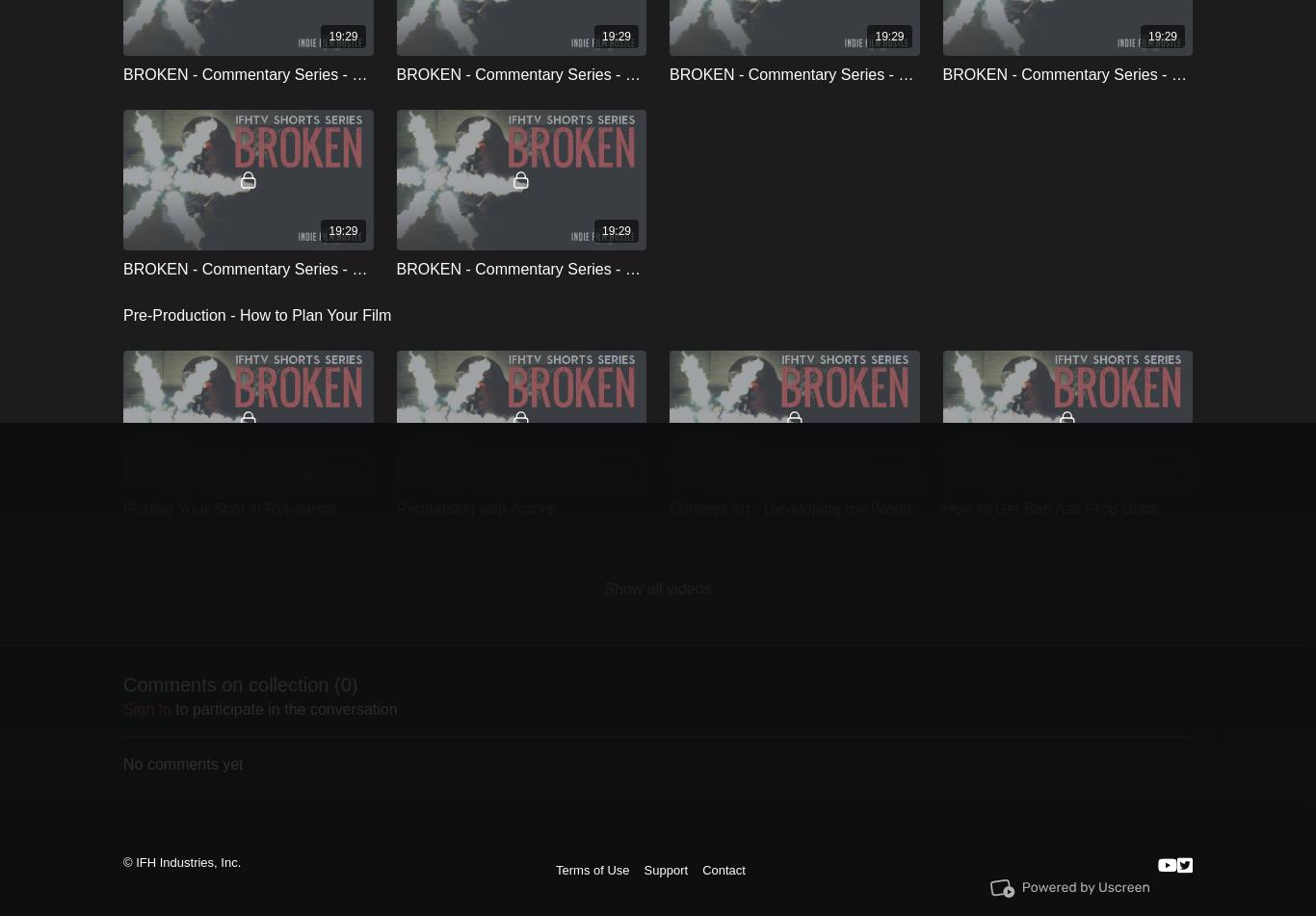 The height and width of the screenshot is (916, 1316). What do you see at coordinates (798, 74) in the screenshot?
I see `'BROKEN - Commentary Series - Cast'` at bounding box center [798, 74].